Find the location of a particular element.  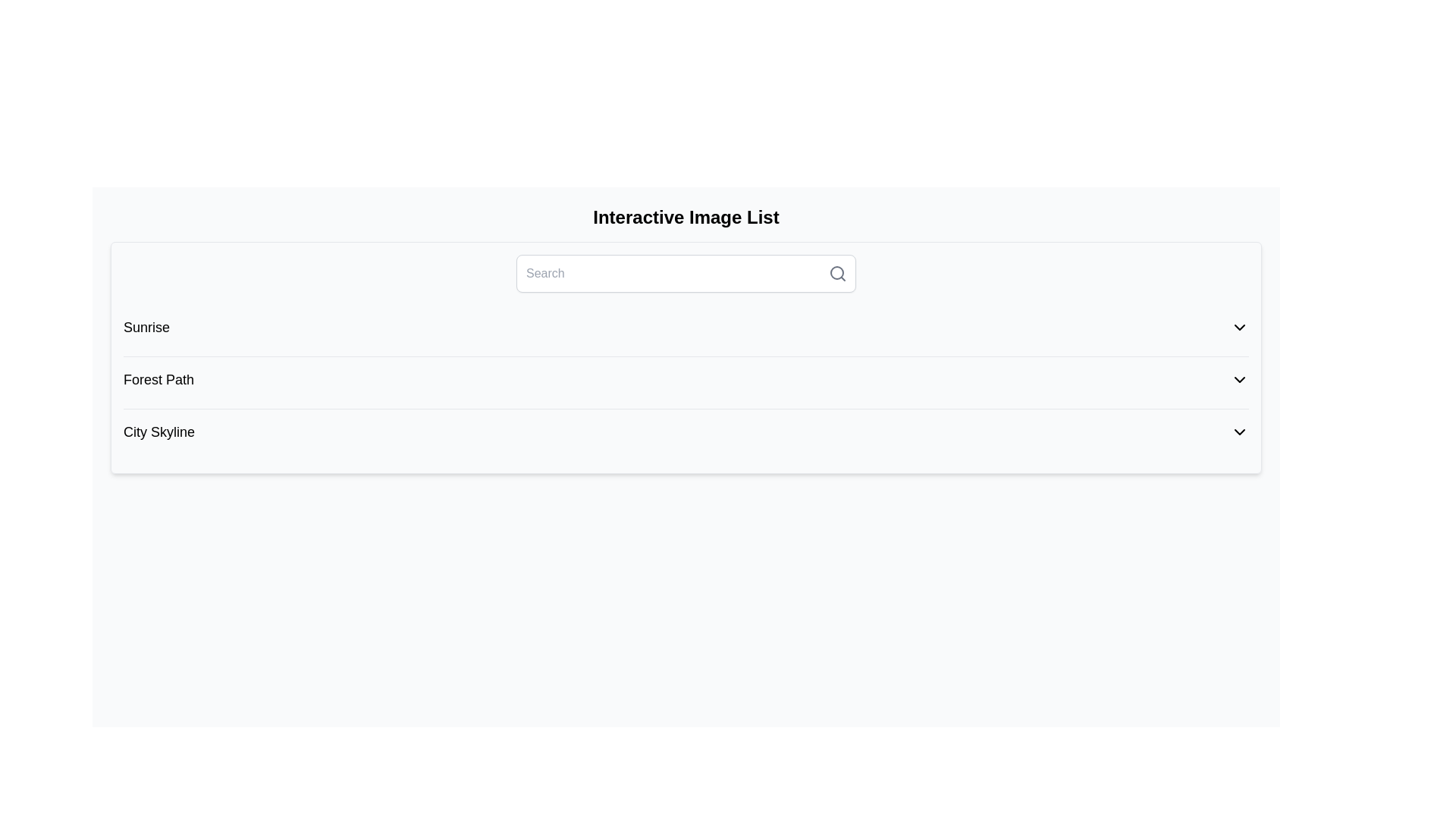

the chevron of the third collapsible list item, 'City Skyline' is located at coordinates (686, 435).